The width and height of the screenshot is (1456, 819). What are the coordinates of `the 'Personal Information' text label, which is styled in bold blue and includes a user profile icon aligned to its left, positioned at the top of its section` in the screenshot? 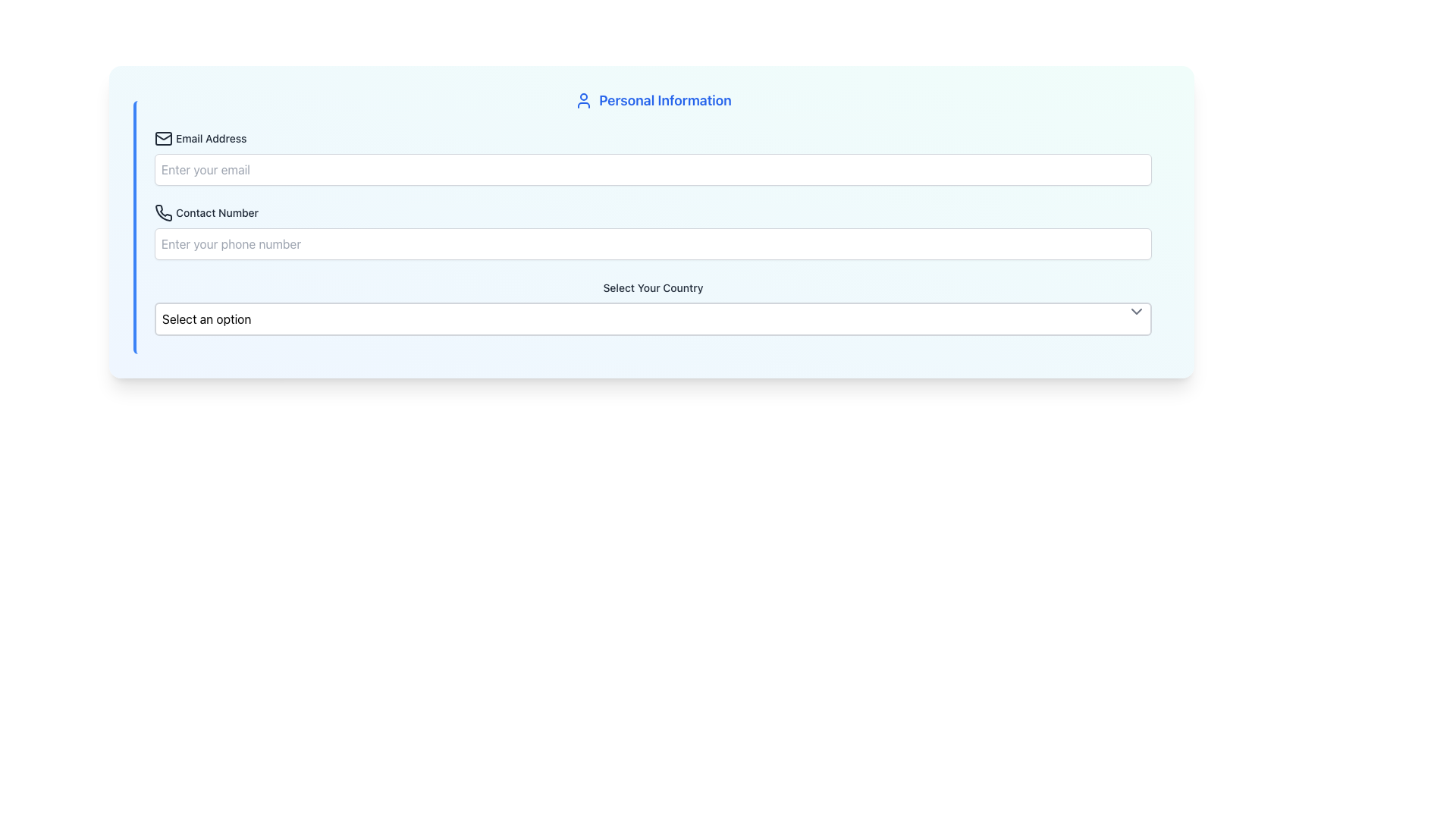 It's located at (653, 100).